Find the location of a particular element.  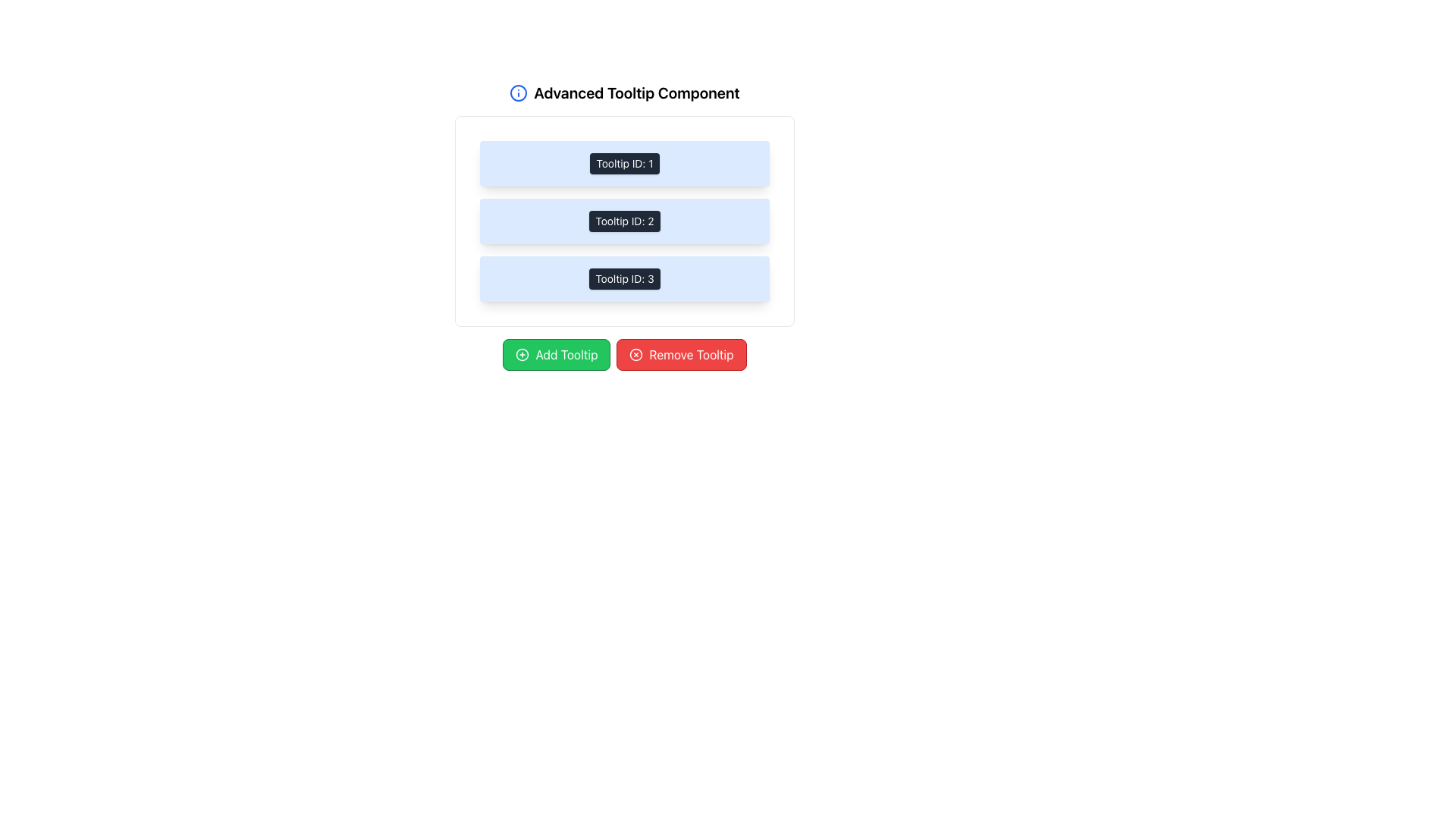

the icon on the left side of the 'Remove Tooltip' button is located at coordinates (636, 354).